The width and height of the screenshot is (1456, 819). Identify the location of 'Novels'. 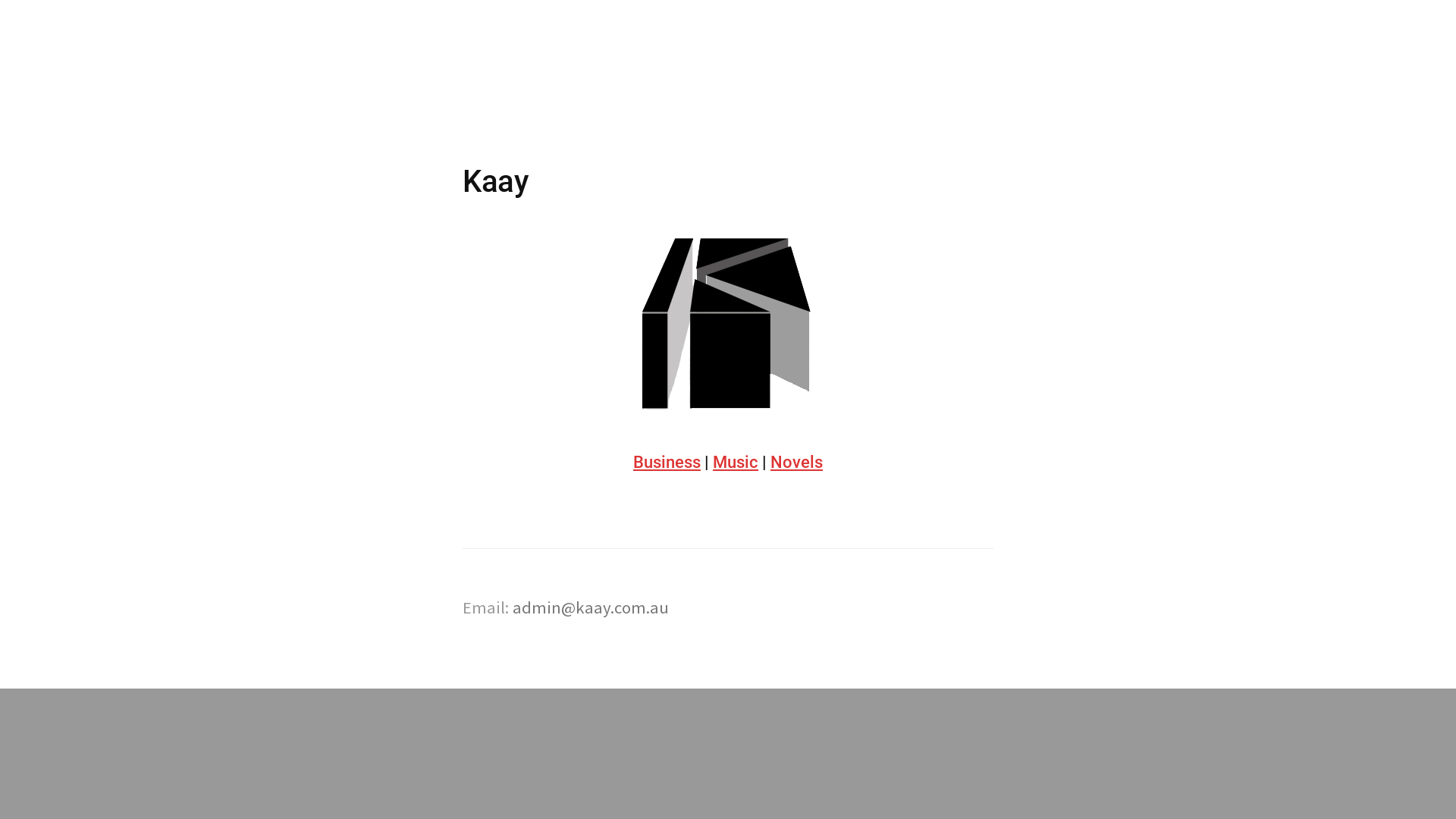
(795, 461).